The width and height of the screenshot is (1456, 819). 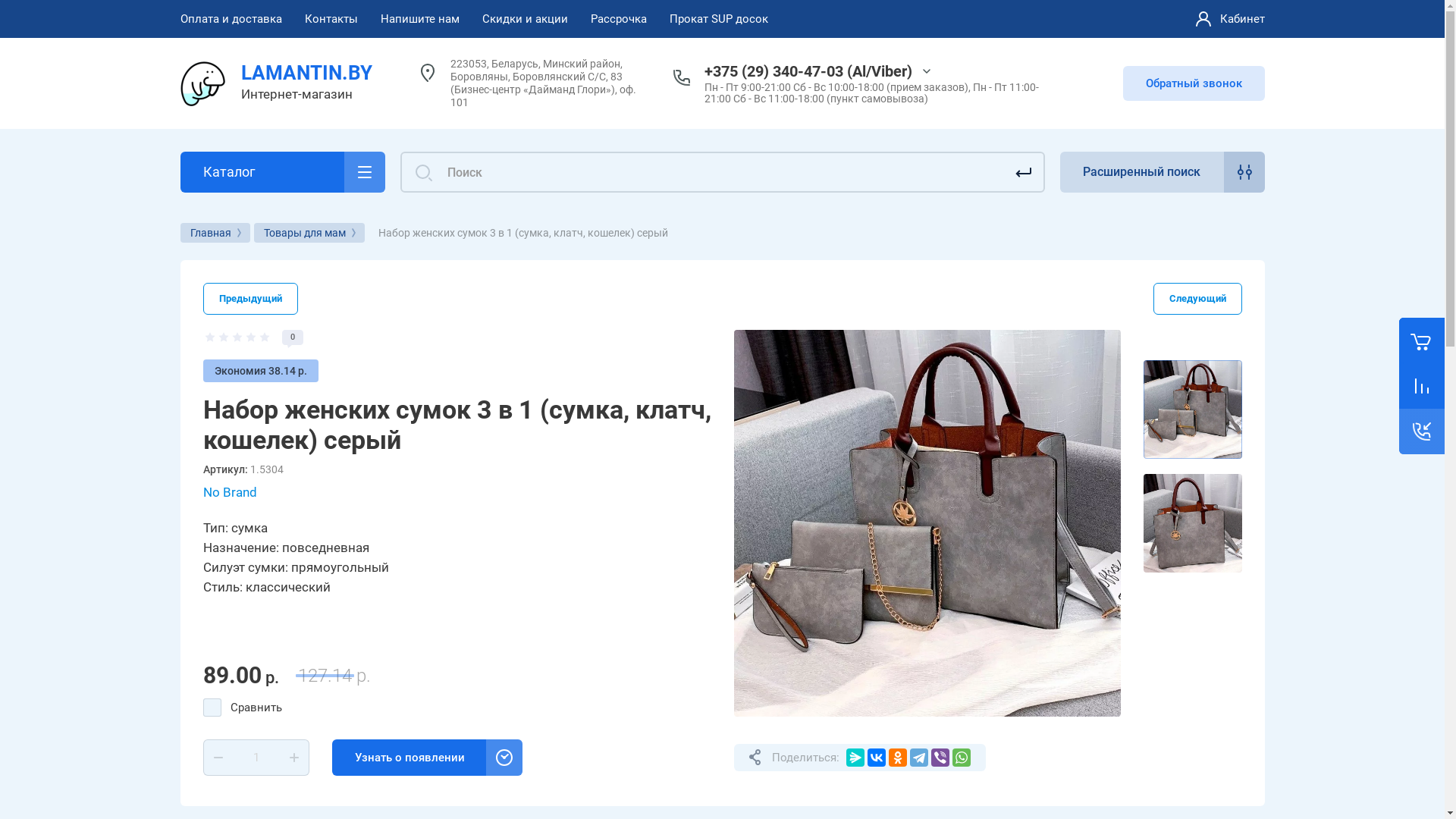 I want to click on 'No Brand', so click(x=229, y=492).